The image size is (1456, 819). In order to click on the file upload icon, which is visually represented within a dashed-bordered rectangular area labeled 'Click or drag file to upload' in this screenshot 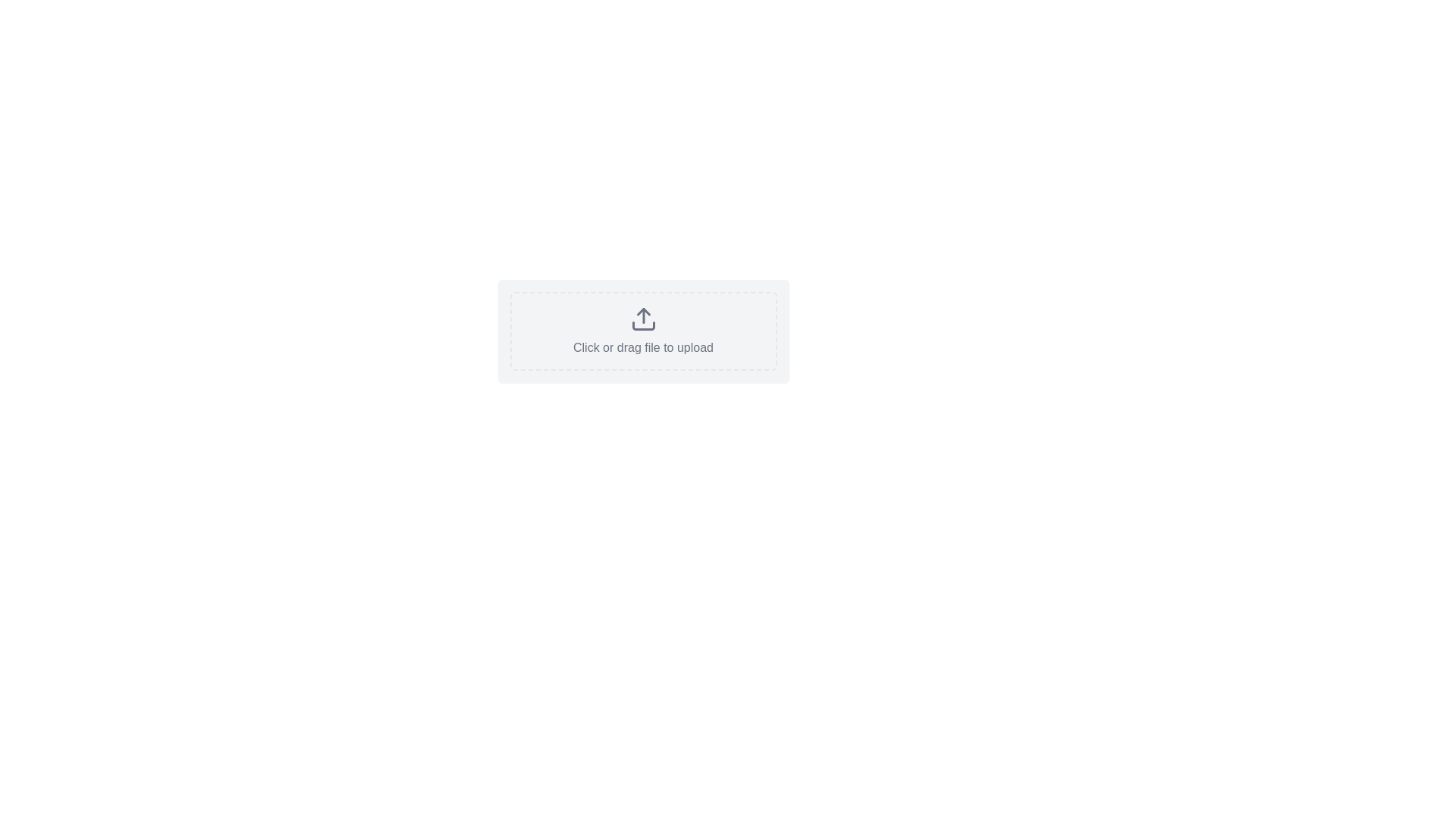, I will do `click(643, 318)`.